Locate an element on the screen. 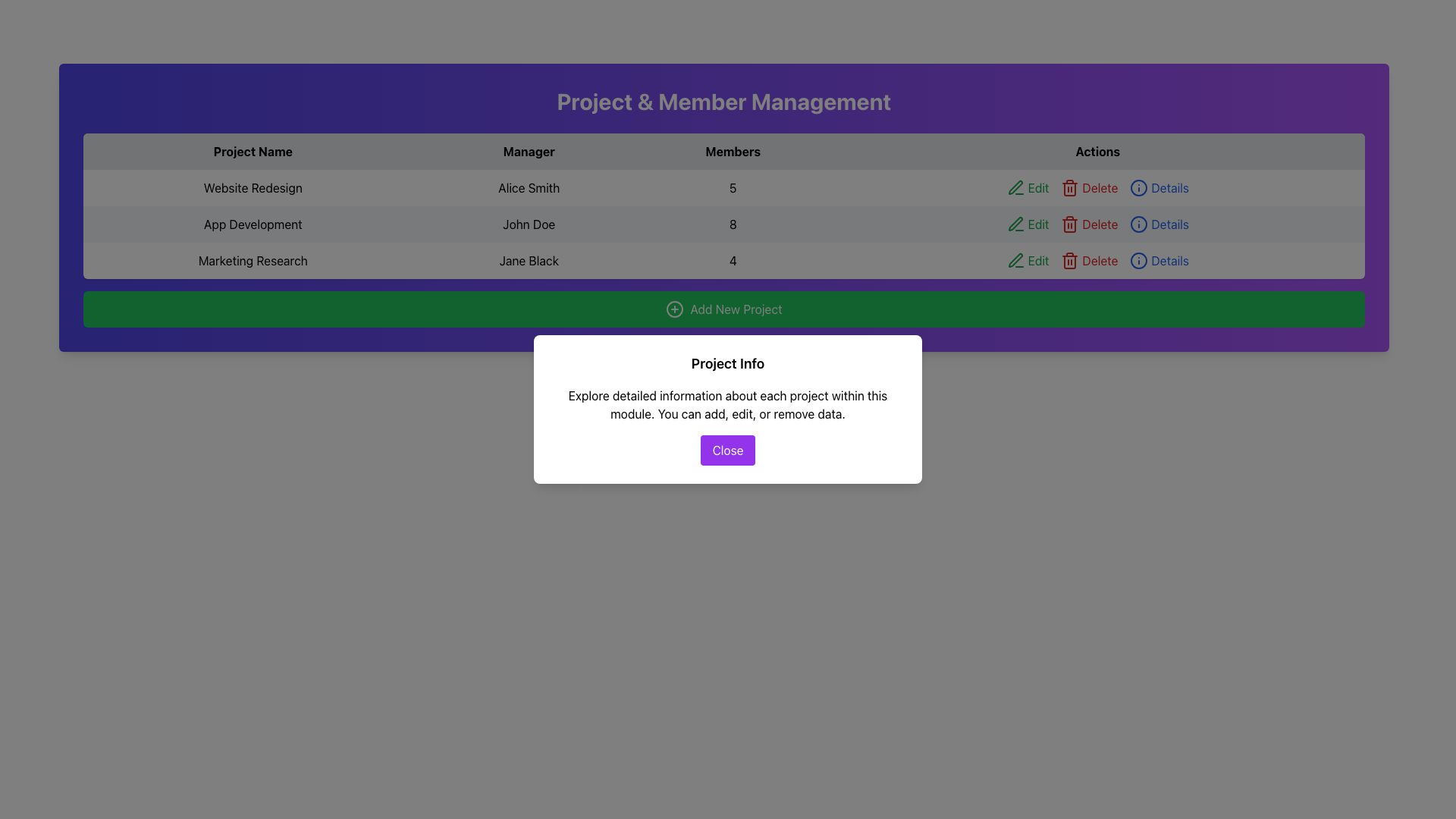 The width and height of the screenshot is (1456, 819). the interactive text with an accompanying icon located in the 'Actions' column of the table, which is the third option to the right of the 'Delete' option is located at coordinates (1159, 259).